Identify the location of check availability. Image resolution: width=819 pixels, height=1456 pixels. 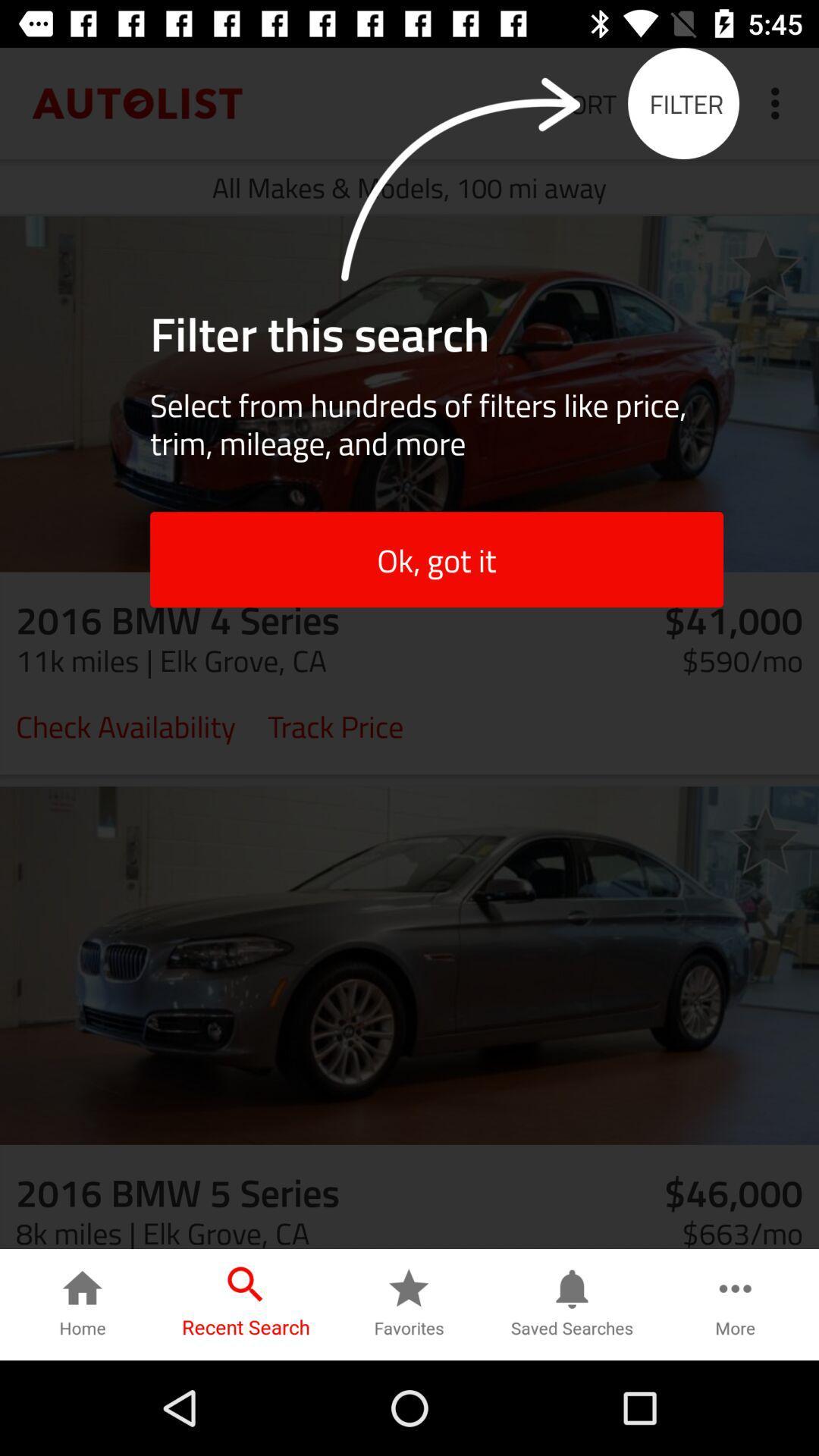
(125, 724).